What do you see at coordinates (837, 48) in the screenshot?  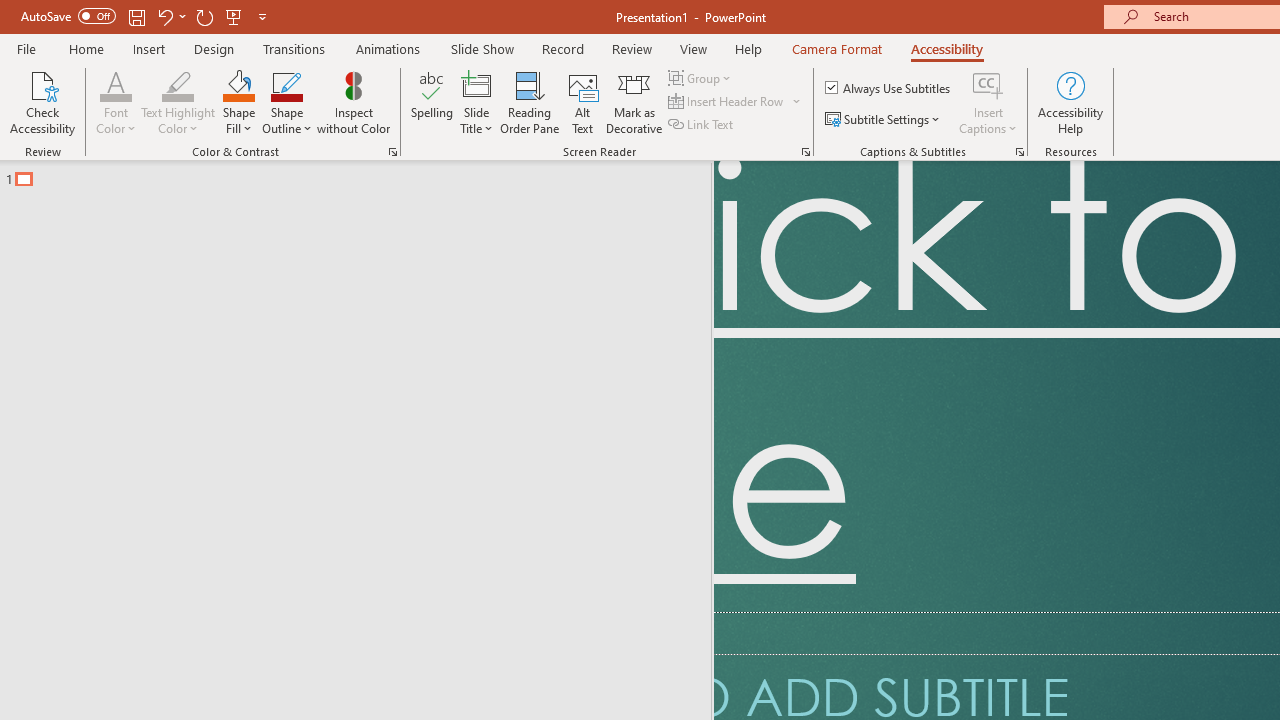 I see `'Camera Format'` at bounding box center [837, 48].